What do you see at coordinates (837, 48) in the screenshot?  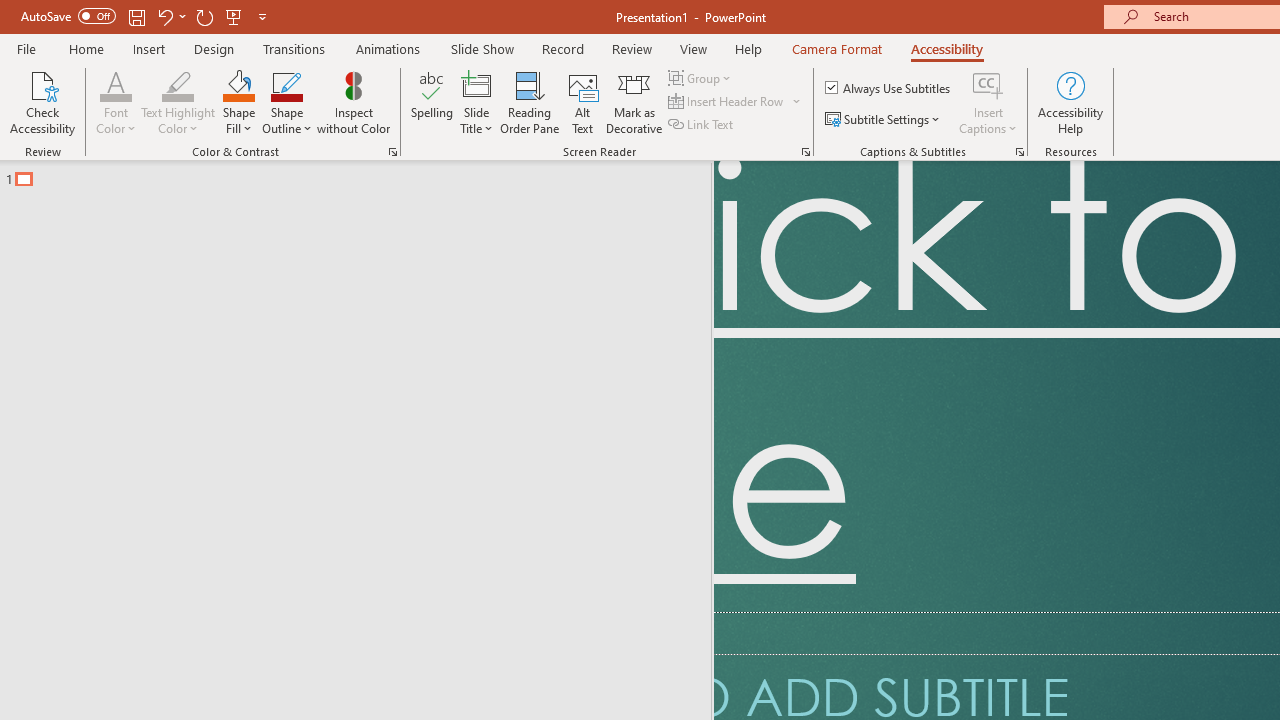 I see `'Camera Format'` at bounding box center [837, 48].